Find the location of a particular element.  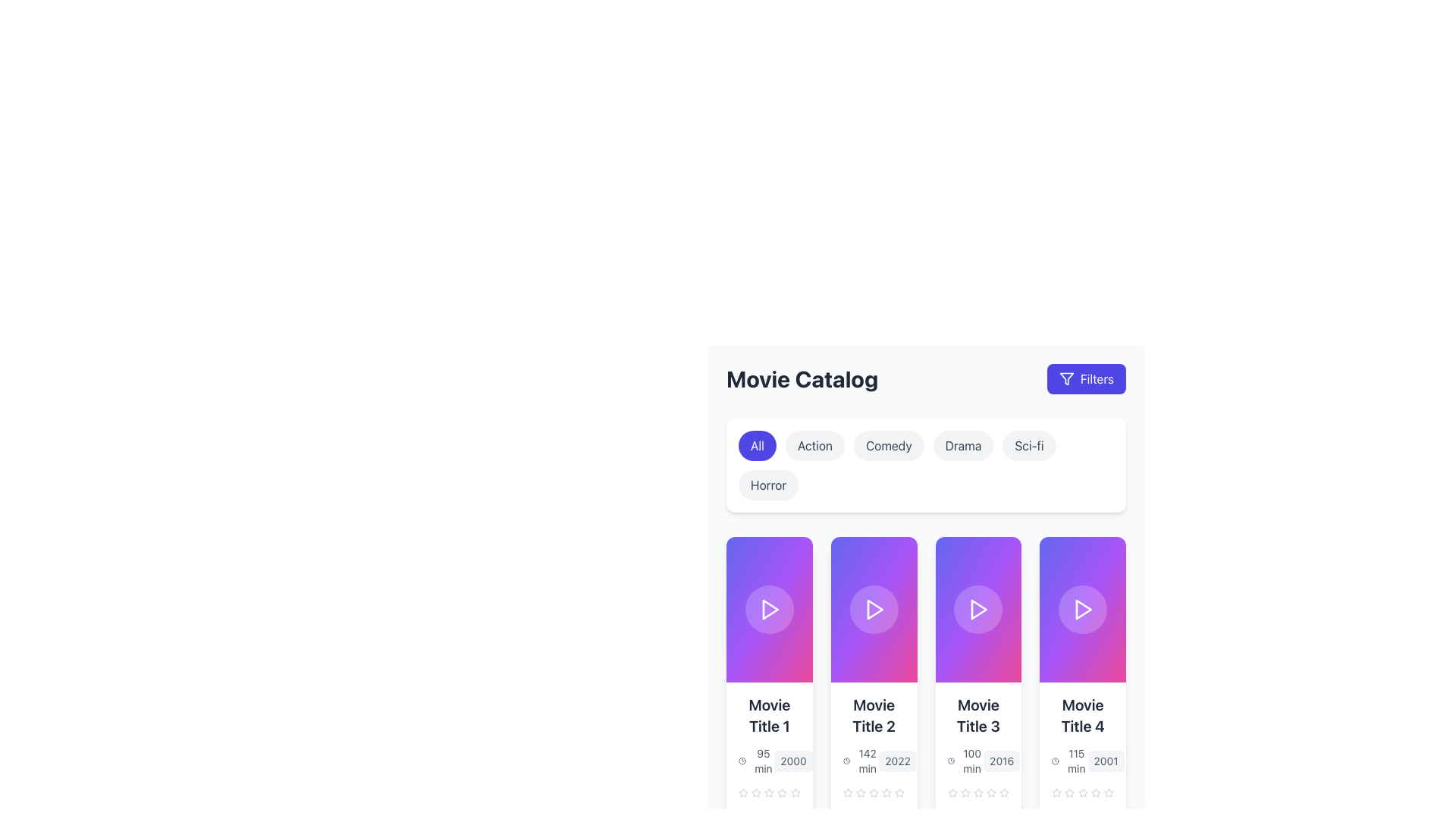

the first Rating Star Icon in the row of five stars at the bottom of the fourth card titled 'Movie Title 4' is located at coordinates (1096, 792).